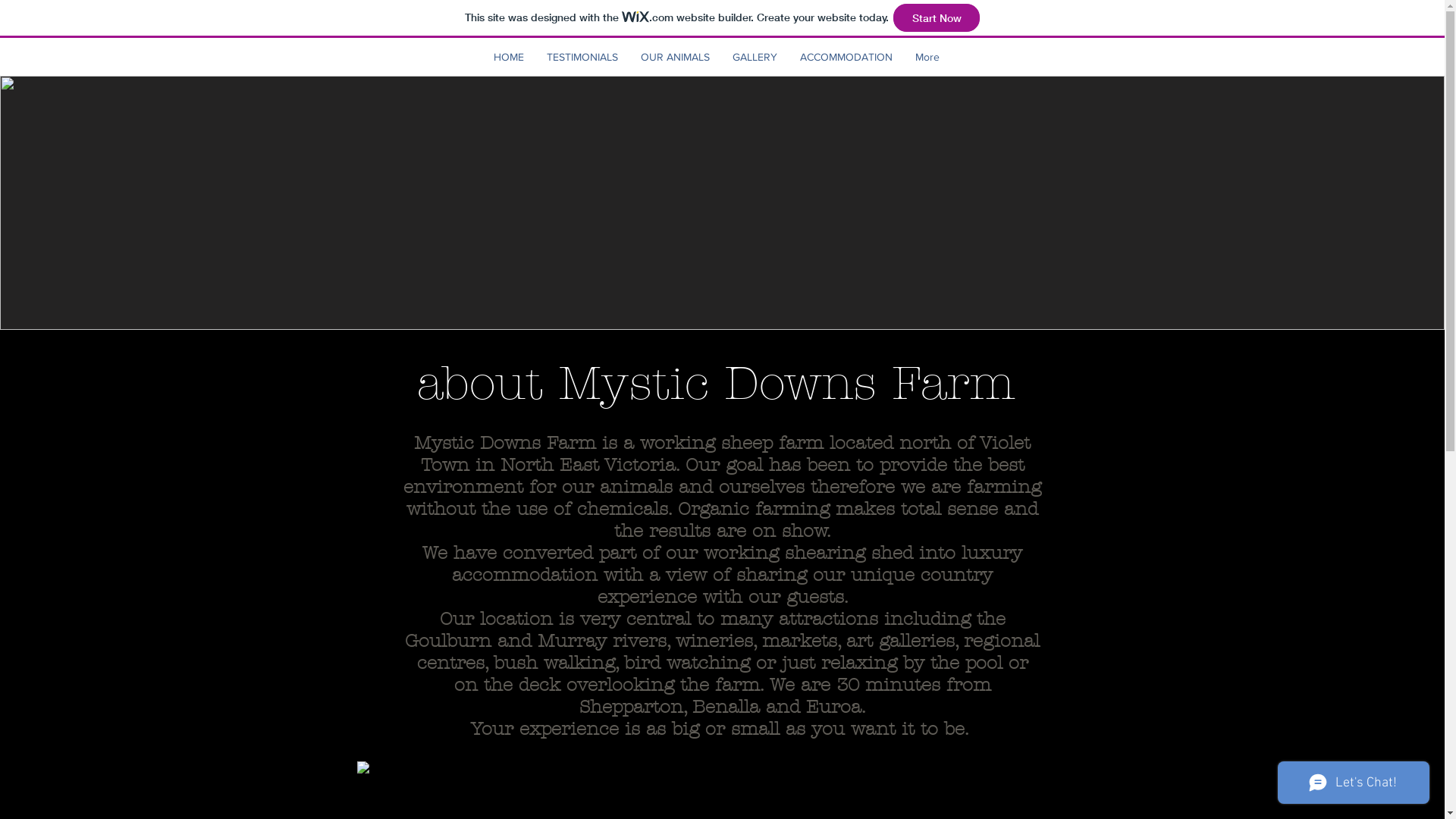 The image size is (1456, 819). I want to click on 'HOME', so click(509, 55).